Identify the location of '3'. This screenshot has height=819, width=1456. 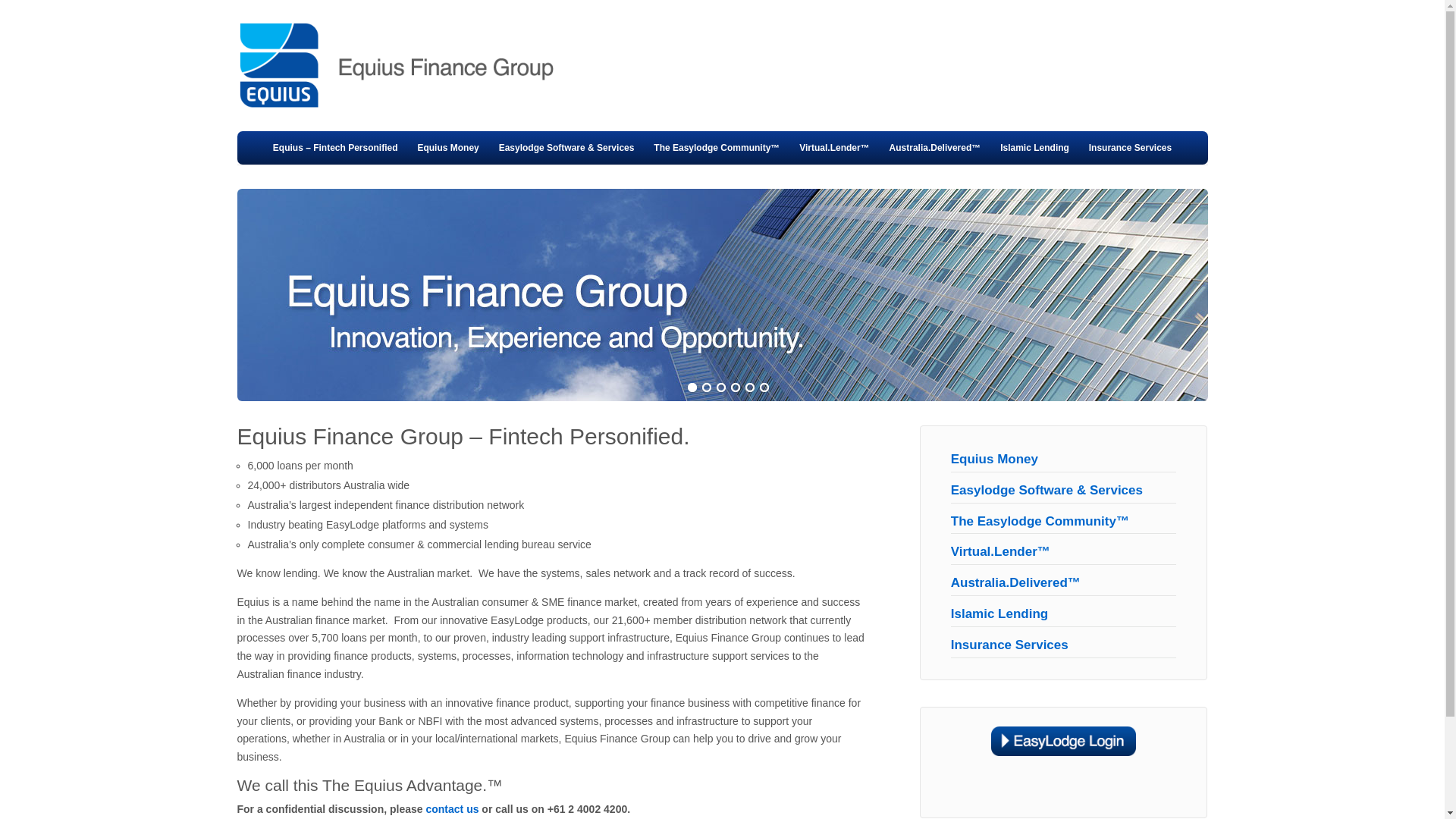
(715, 388).